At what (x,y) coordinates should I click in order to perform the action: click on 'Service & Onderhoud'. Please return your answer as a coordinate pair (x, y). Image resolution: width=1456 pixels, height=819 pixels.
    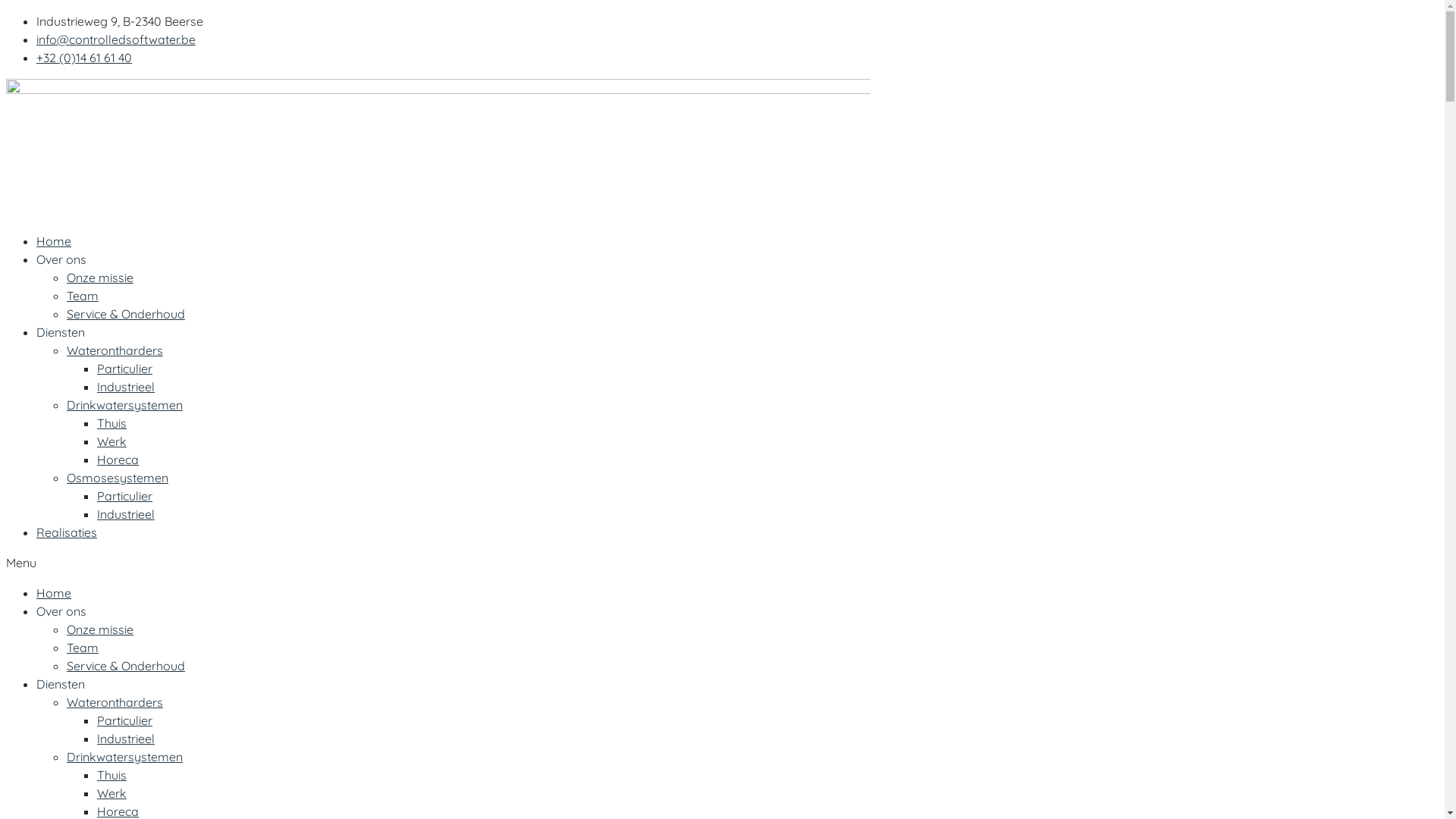
    Looking at the image, I should click on (65, 665).